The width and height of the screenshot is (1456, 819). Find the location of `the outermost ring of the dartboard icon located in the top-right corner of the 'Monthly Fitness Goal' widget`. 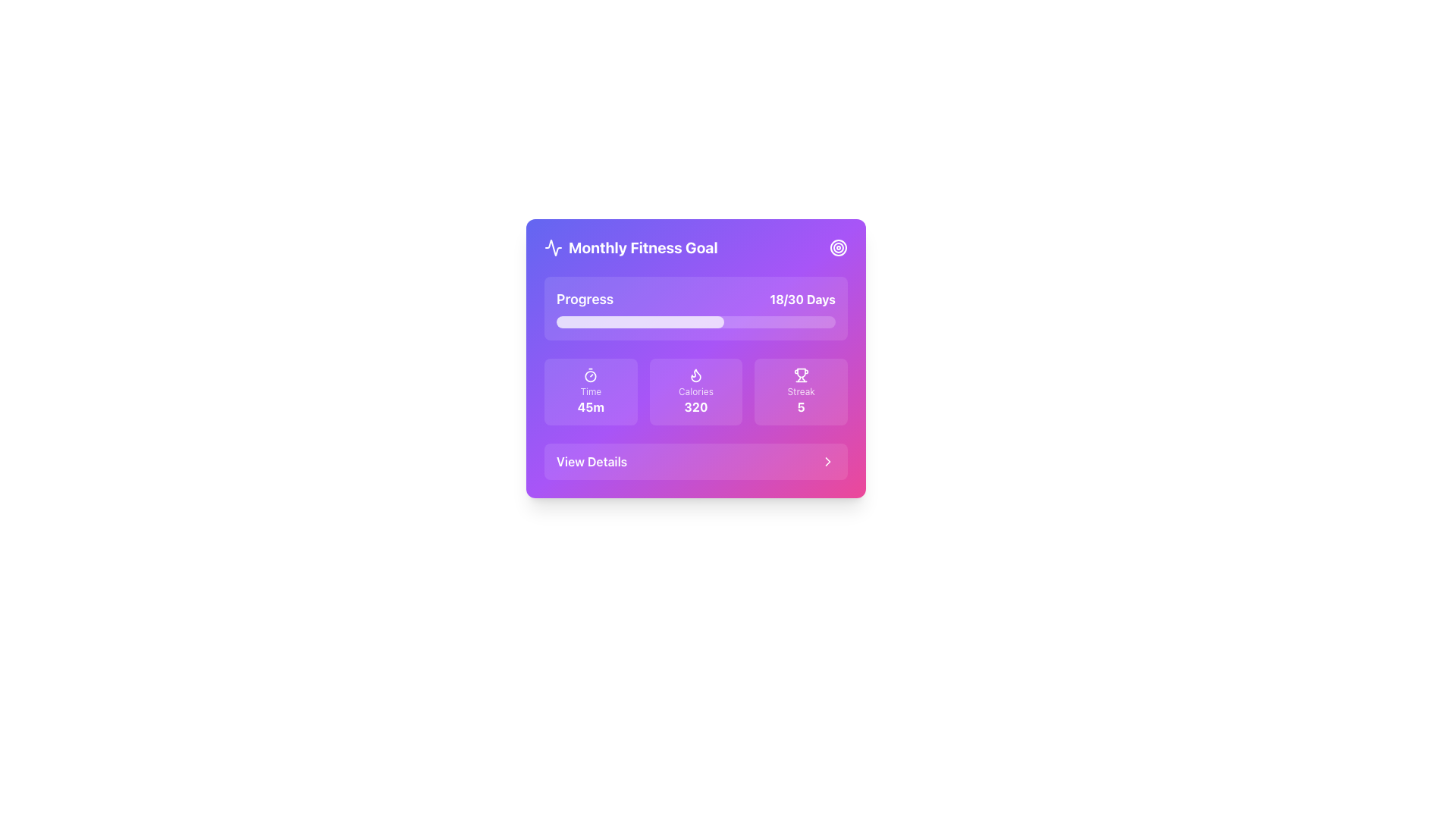

the outermost ring of the dartboard icon located in the top-right corner of the 'Monthly Fitness Goal' widget is located at coordinates (837, 247).